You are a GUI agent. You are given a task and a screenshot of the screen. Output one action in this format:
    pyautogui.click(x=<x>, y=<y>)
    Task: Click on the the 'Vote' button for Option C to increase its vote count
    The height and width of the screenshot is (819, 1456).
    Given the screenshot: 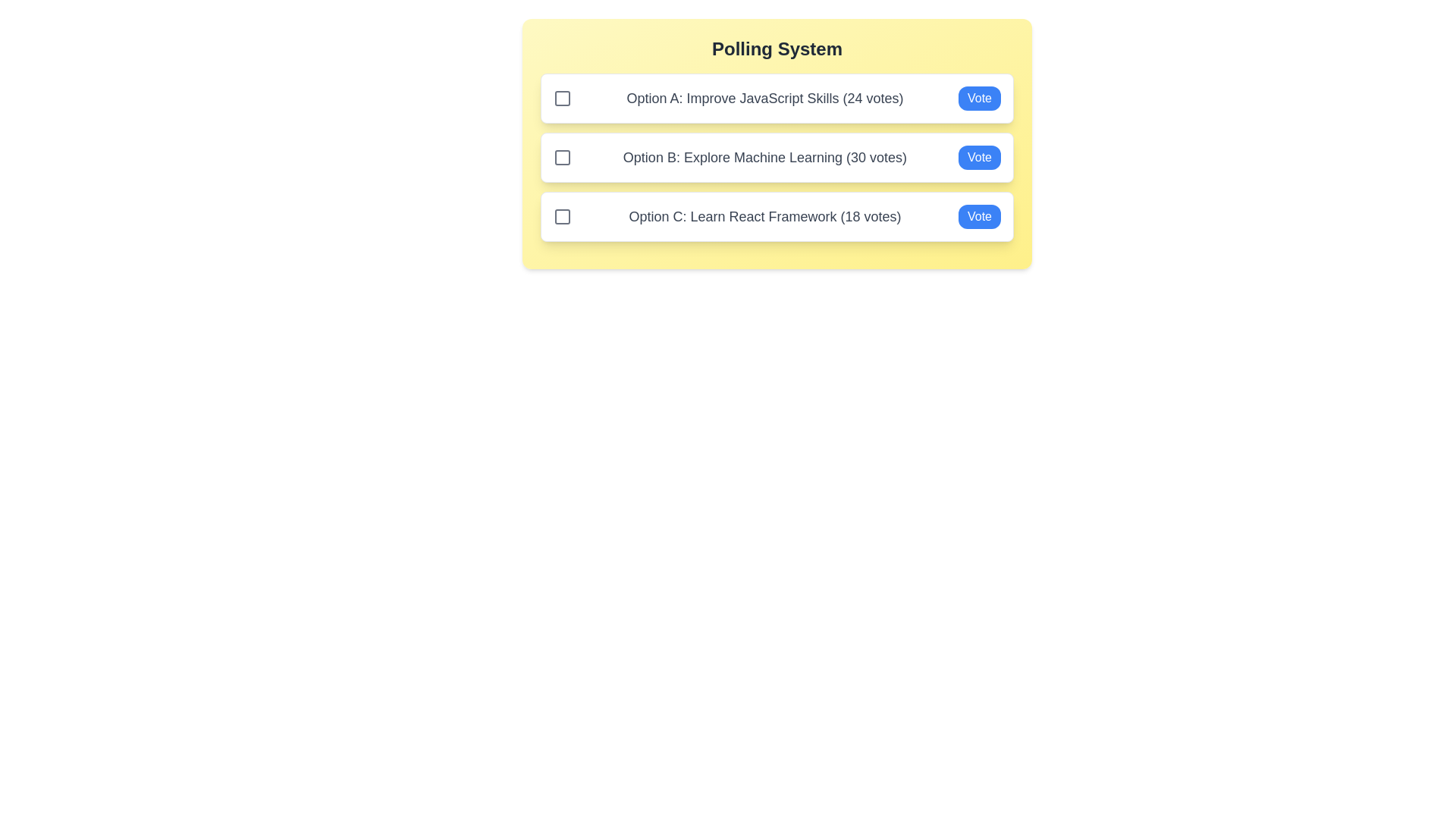 What is the action you would take?
    pyautogui.click(x=979, y=216)
    